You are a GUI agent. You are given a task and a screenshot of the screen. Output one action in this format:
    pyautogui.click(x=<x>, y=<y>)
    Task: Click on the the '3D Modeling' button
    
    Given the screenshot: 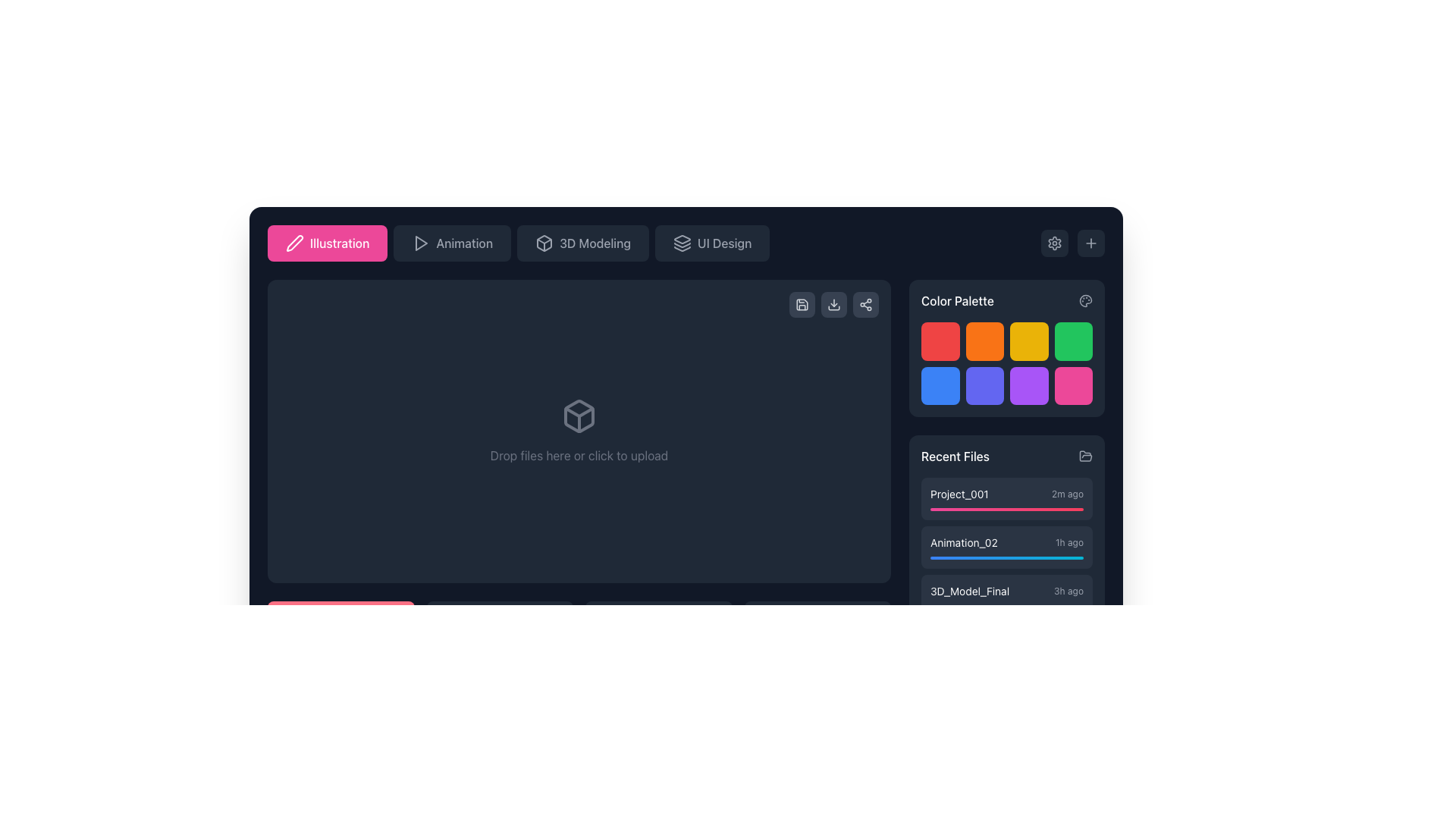 What is the action you would take?
    pyautogui.click(x=582, y=242)
    